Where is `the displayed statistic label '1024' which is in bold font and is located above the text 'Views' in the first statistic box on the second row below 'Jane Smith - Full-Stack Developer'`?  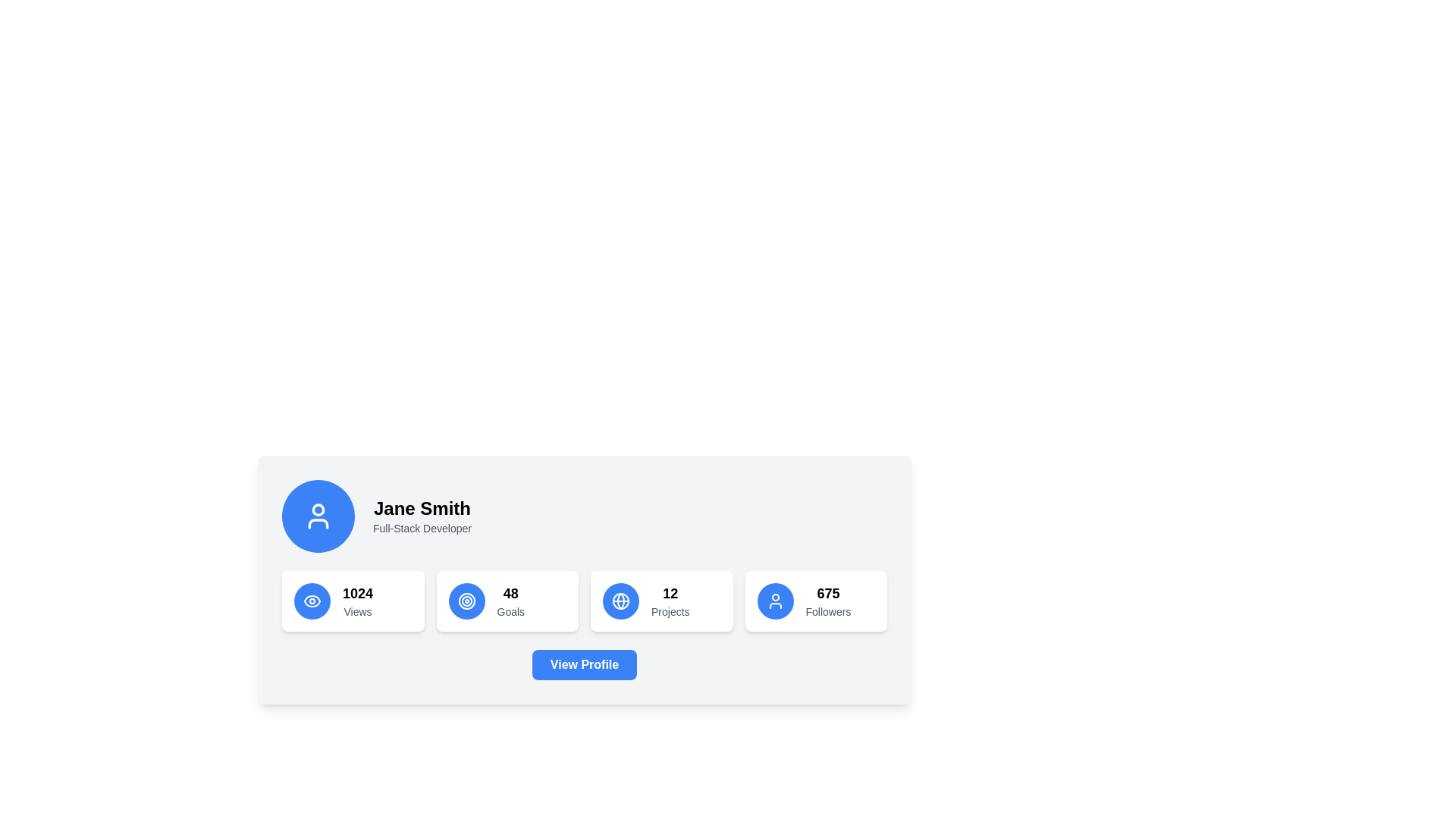 the displayed statistic label '1024' which is in bold font and is located above the text 'Views' in the first statistic box on the second row below 'Jane Smith - Full-Stack Developer' is located at coordinates (356, 593).